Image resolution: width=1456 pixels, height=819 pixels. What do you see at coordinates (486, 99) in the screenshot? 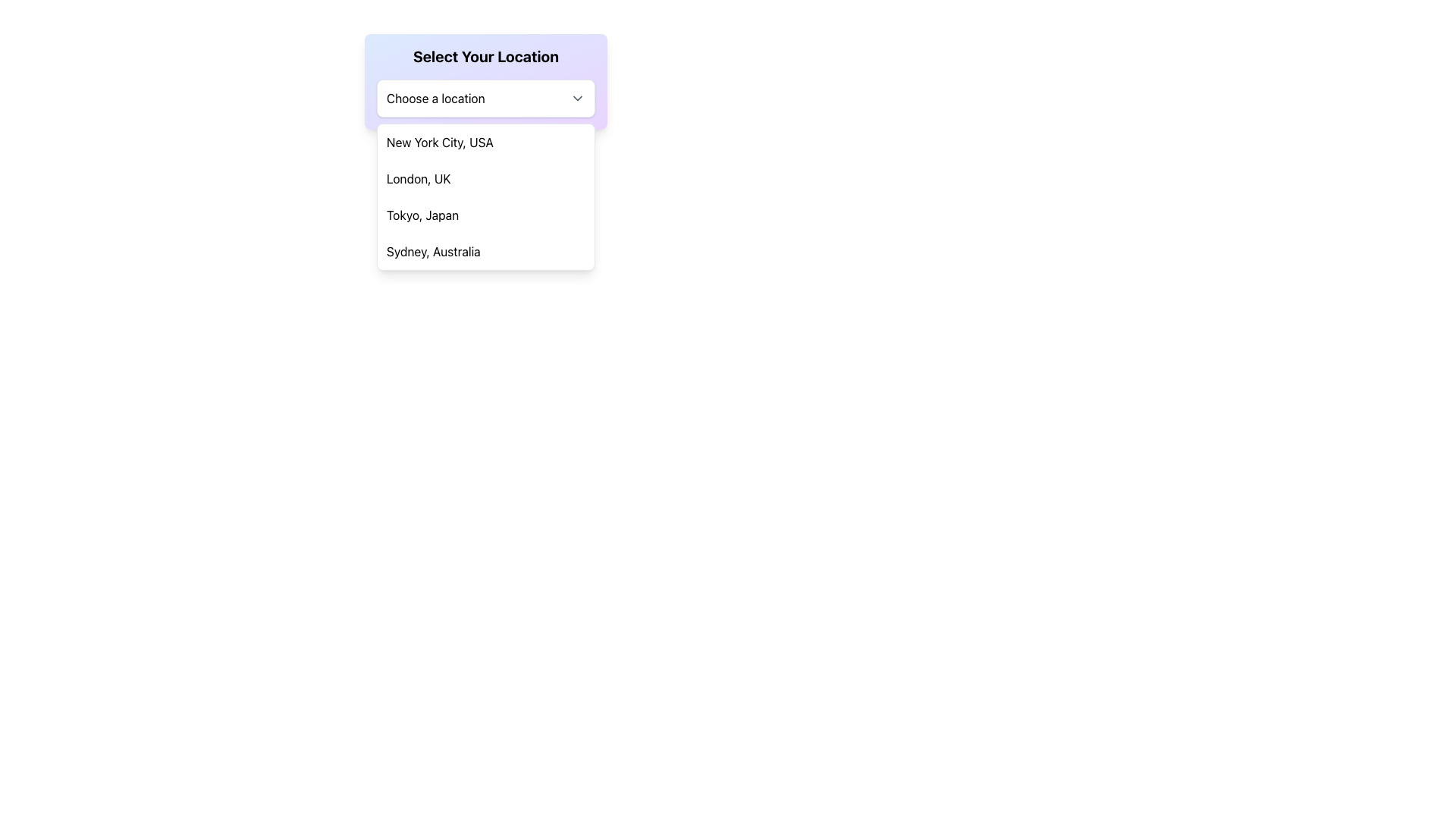
I see `the dropdown menu trigger labeled 'Choose a location'` at bounding box center [486, 99].